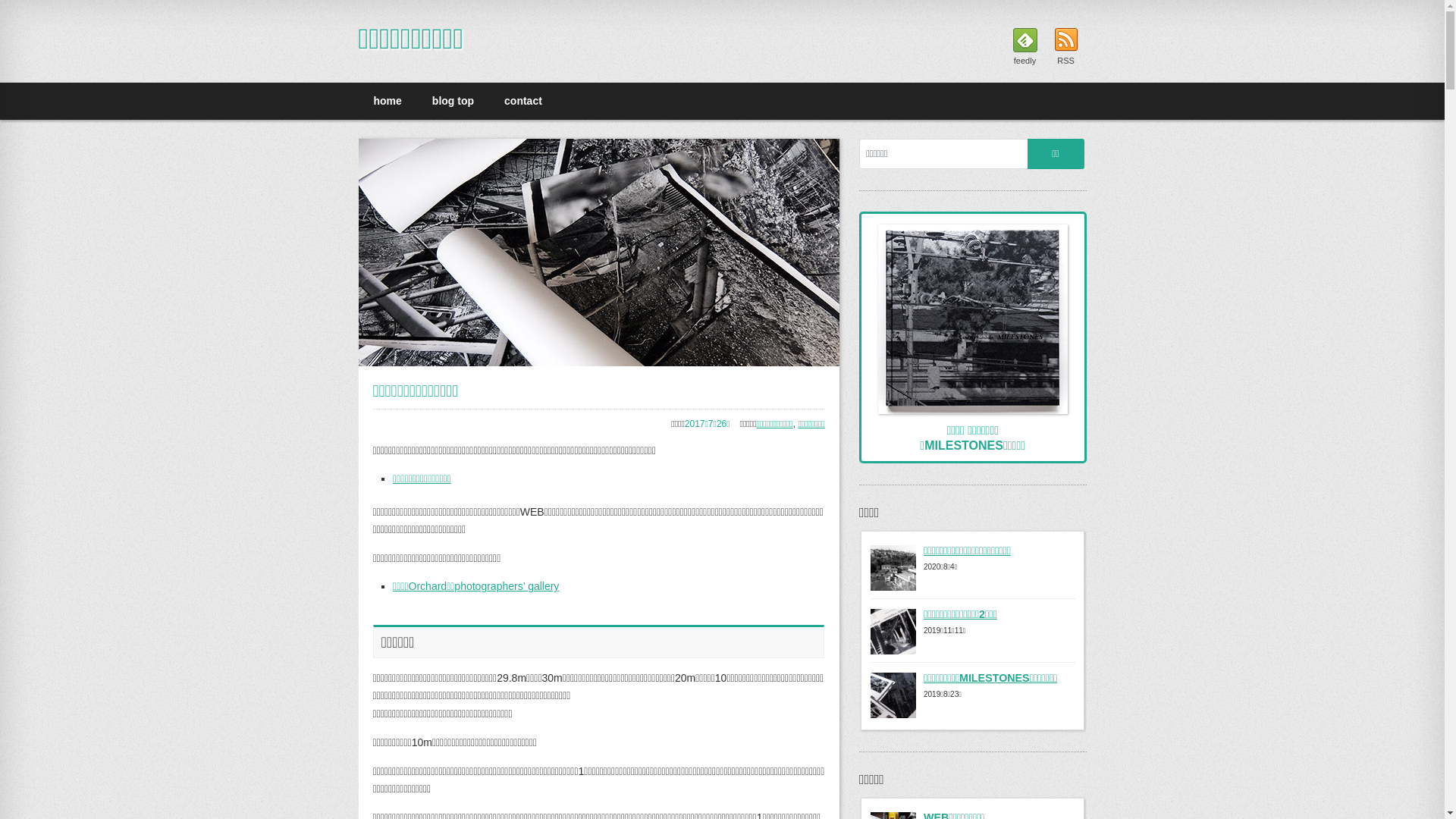 The width and height of the screenshot is (1456, 819). What do you see at coordinates (1024, 46) in the screenshot?
I see `'feedly'` at bounding box center [1024, 46].